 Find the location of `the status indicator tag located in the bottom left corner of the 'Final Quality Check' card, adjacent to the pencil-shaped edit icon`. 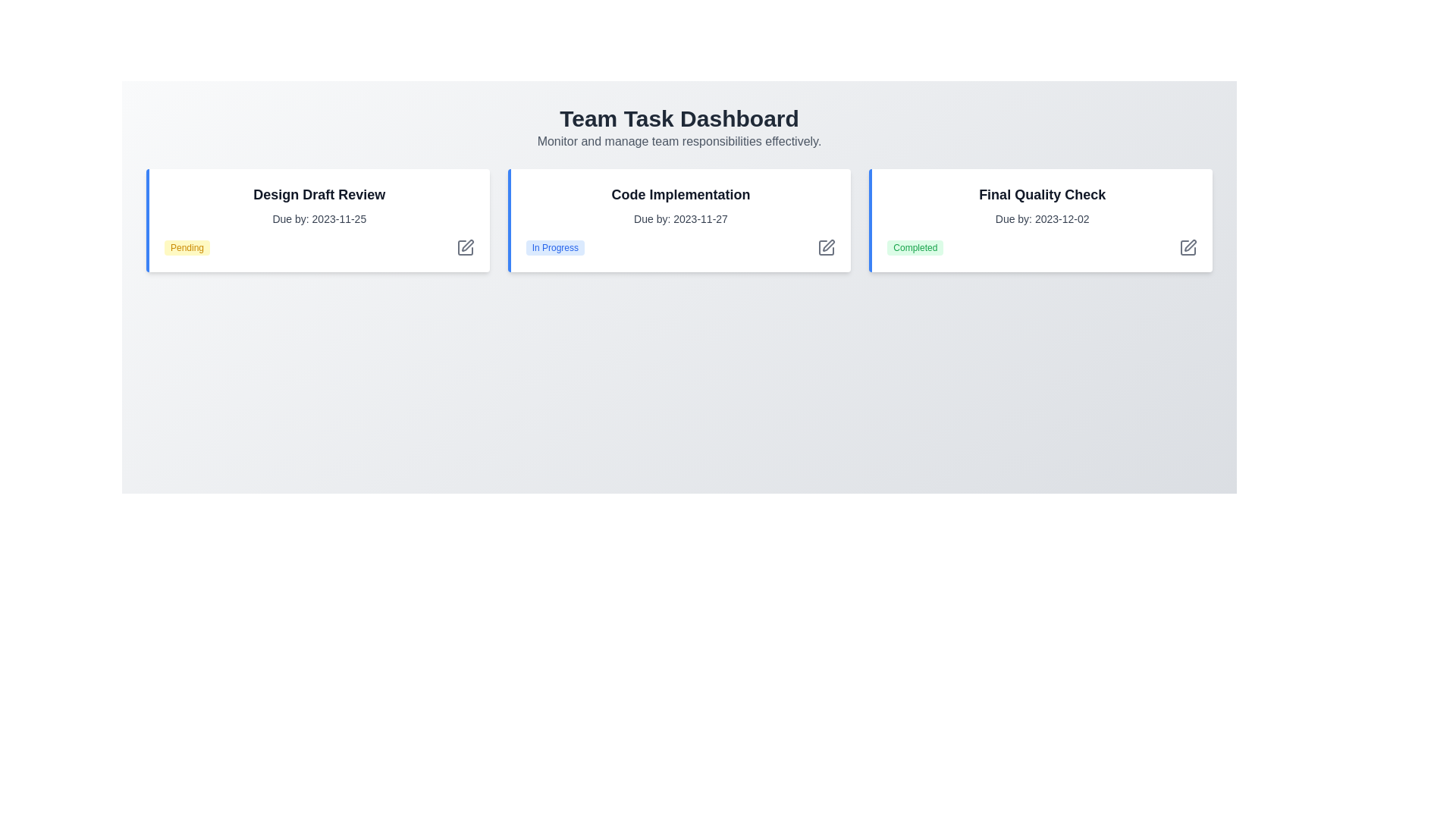

the status indicator tag located in the bottom left corner of the 'Final Quality Check' card, adjacent to the pencil-shaped edit icon is located at coordinates (915, 247).